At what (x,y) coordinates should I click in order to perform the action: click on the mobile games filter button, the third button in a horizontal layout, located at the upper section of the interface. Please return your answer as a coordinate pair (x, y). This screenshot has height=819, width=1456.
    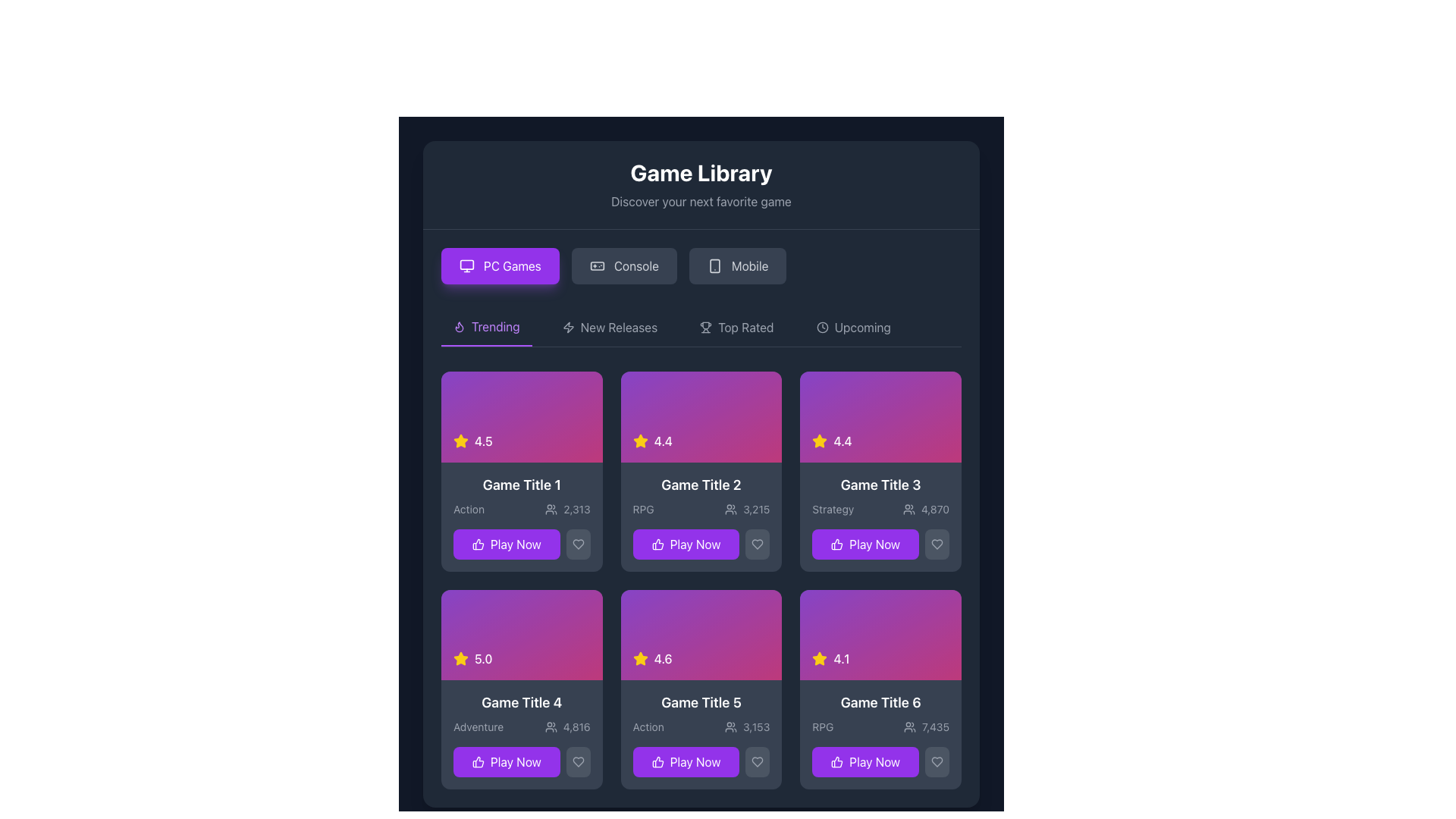
    Looking at the image, I should click on (738, 265).